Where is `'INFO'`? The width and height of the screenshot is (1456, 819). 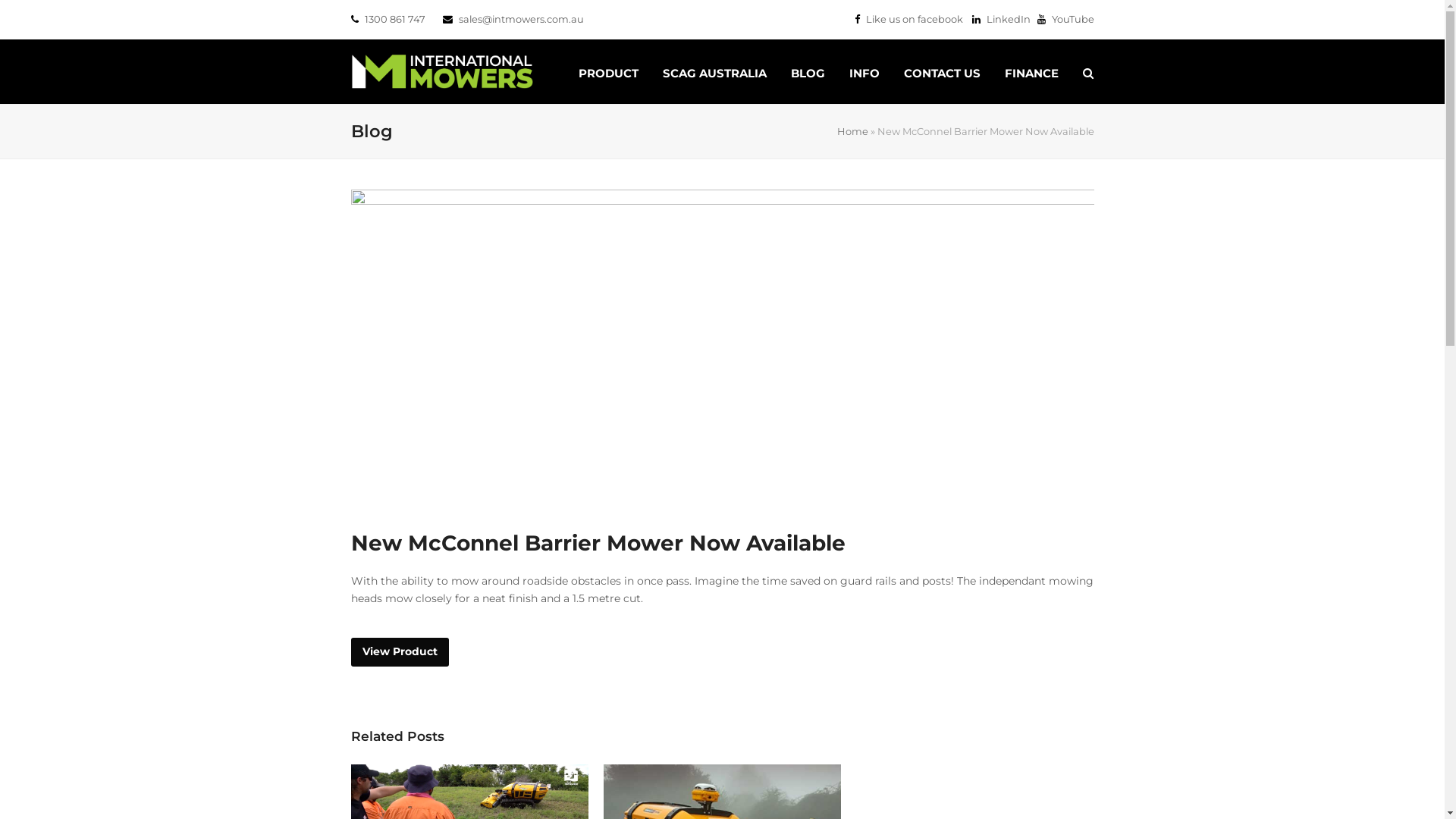 'INFO' is located at coordinates (864, 71).